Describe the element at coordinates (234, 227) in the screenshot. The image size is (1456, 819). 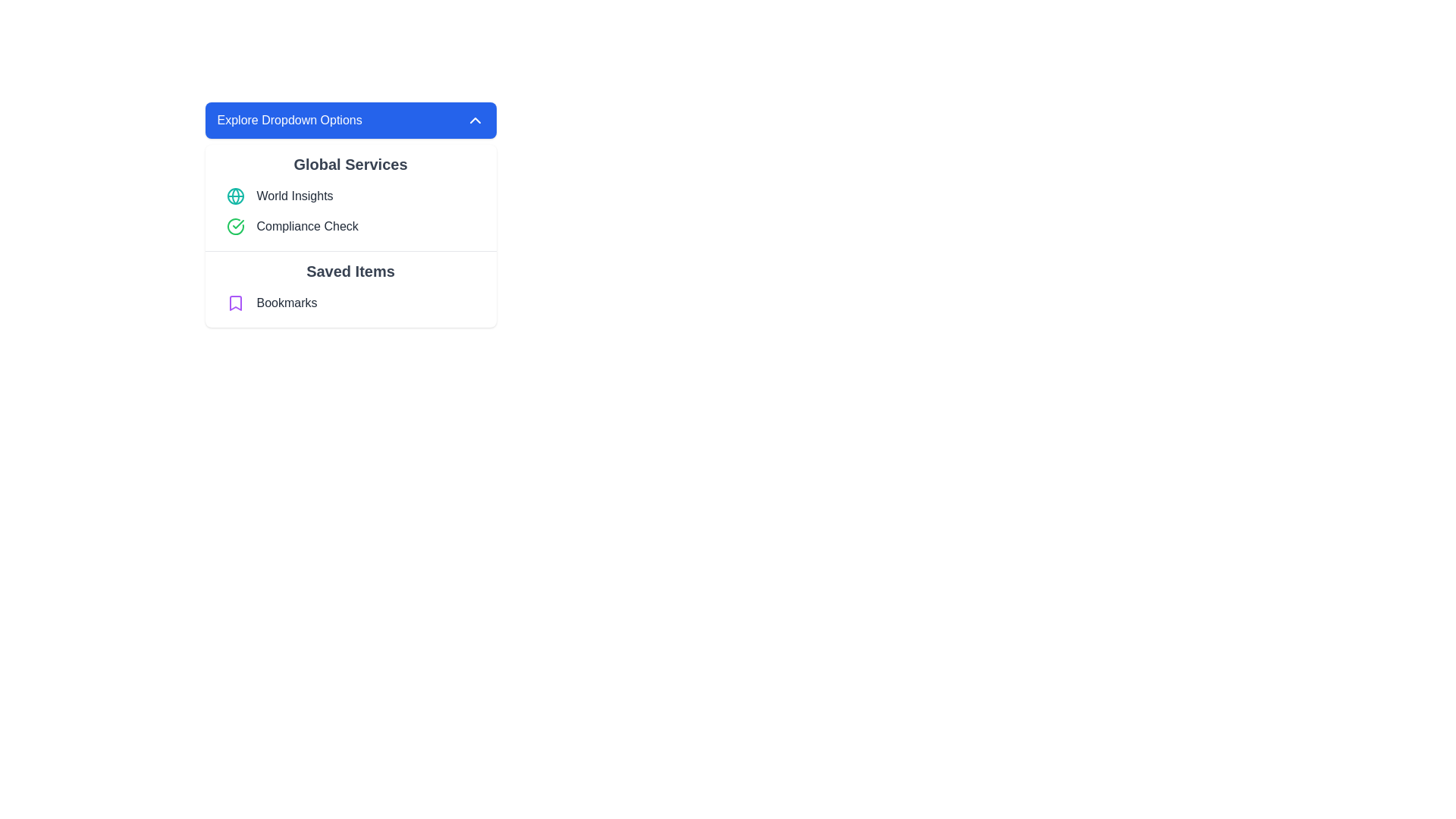
I see `the visual indicator icon positioned to the left of the 'Compliance Check' text within the dropdown menu for the 'Compliance Check' group` at that location.